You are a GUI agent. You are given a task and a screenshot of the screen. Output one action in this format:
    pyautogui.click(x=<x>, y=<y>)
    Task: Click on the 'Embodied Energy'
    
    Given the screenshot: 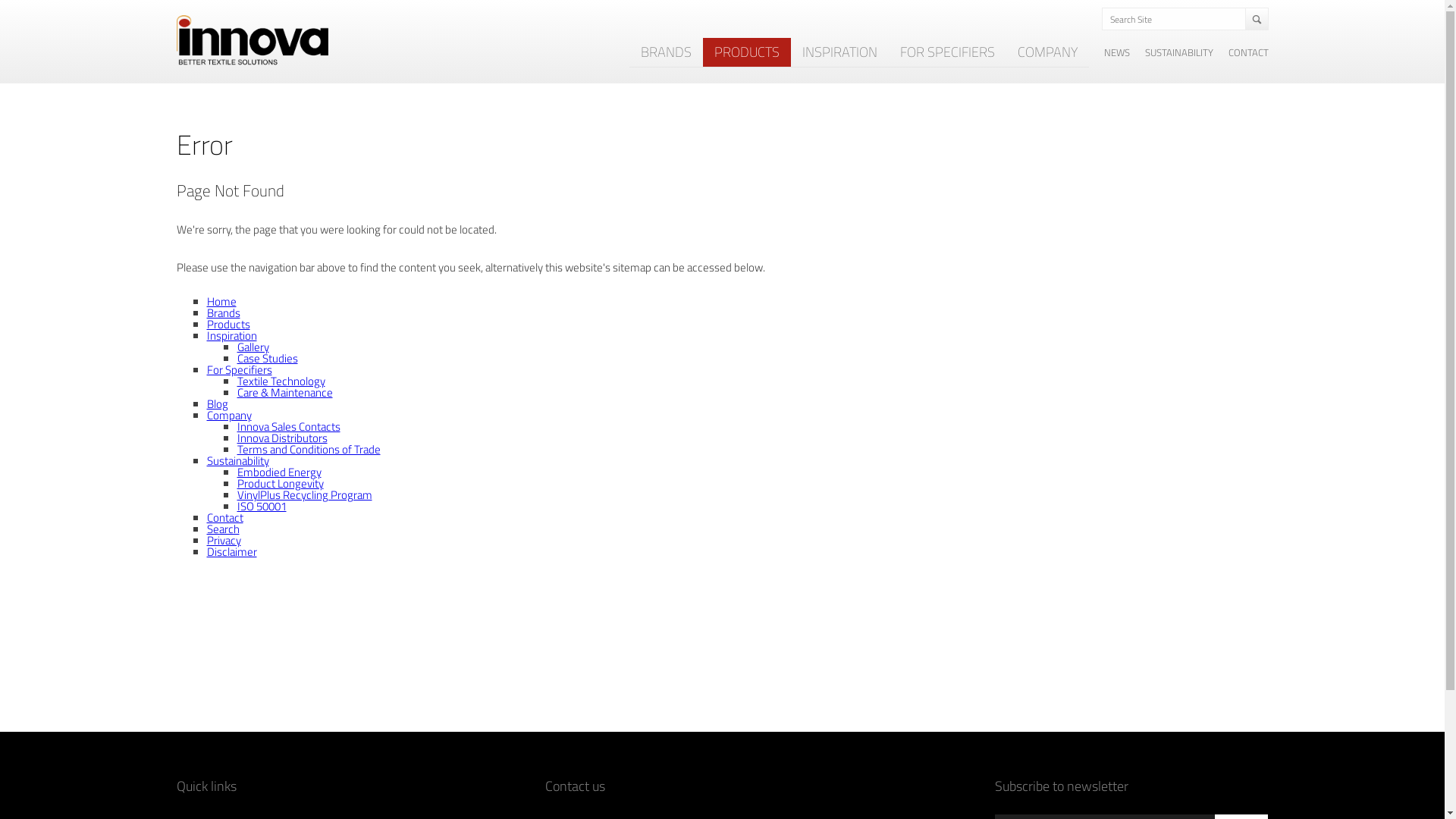 What is the action you would take?
    pyautogui.click(x=236, y=471)
    